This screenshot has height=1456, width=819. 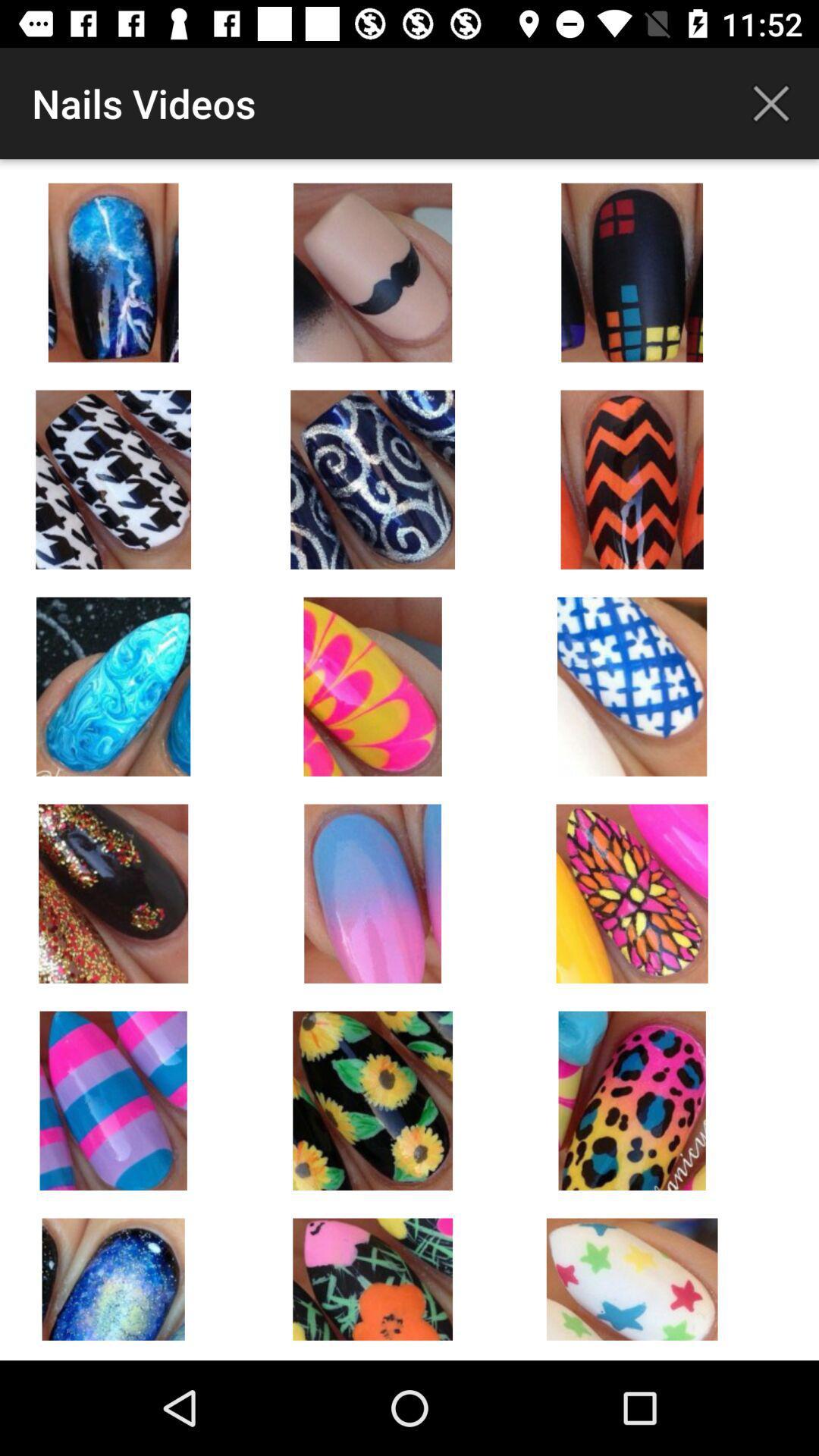 What do you see at coordinates (771, 102) in the screenshot?
I see `window` at bounding box center [771, 102].